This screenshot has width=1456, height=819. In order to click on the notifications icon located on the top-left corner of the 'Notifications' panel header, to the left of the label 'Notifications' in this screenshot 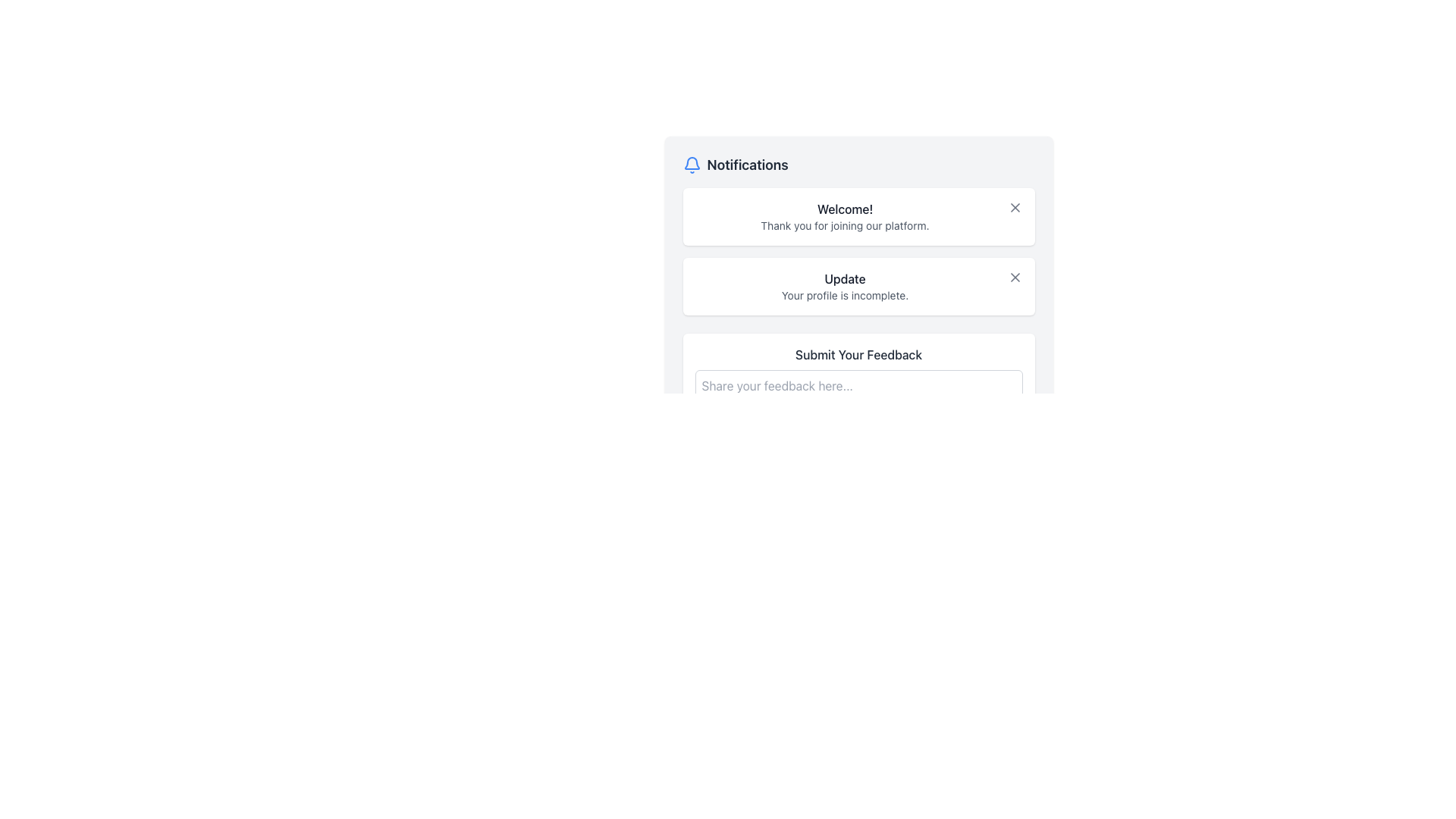, I will do `click(691, 165)`.